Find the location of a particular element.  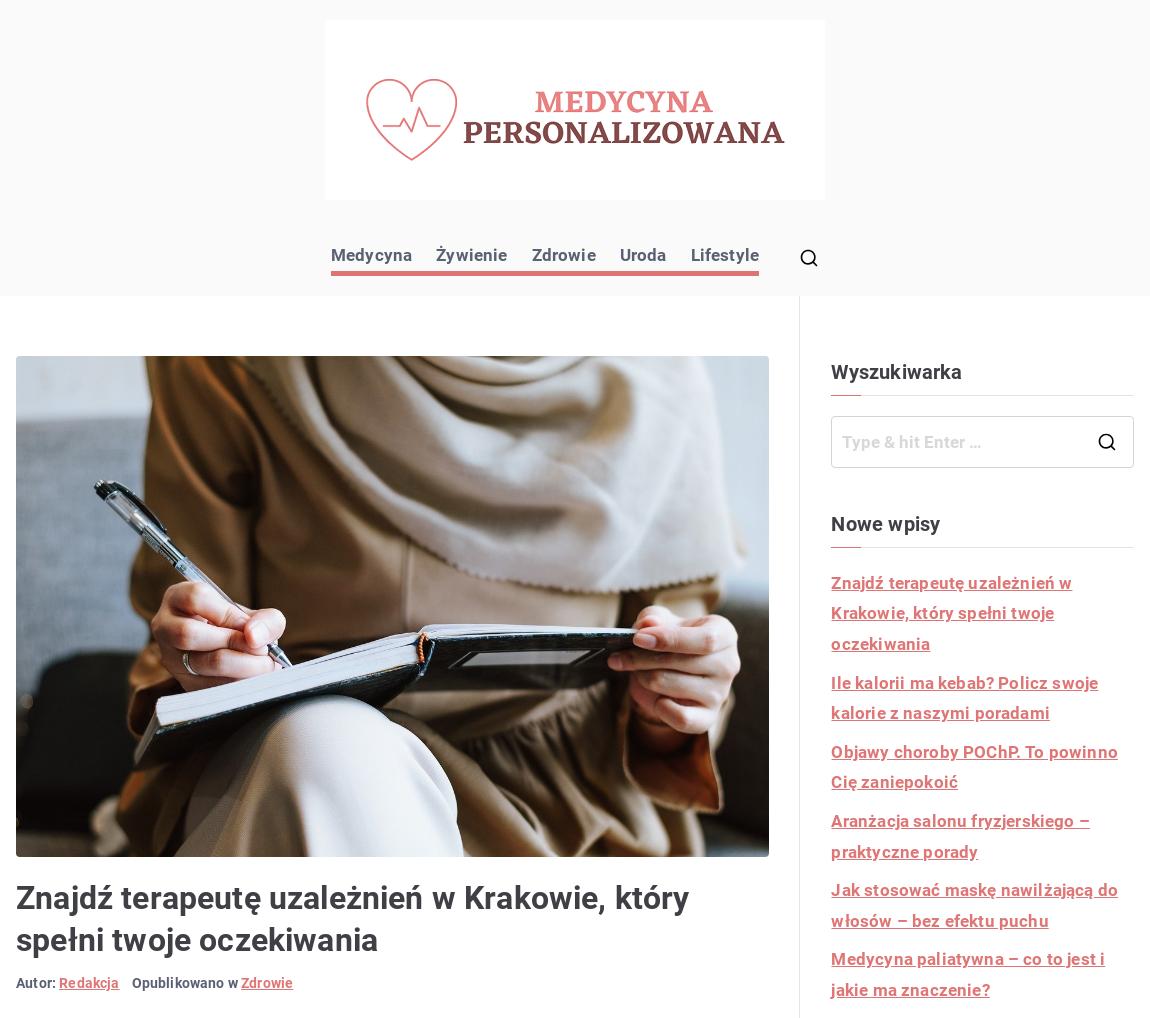

'Nowe wpisy' is located at coordinates (829, 522).